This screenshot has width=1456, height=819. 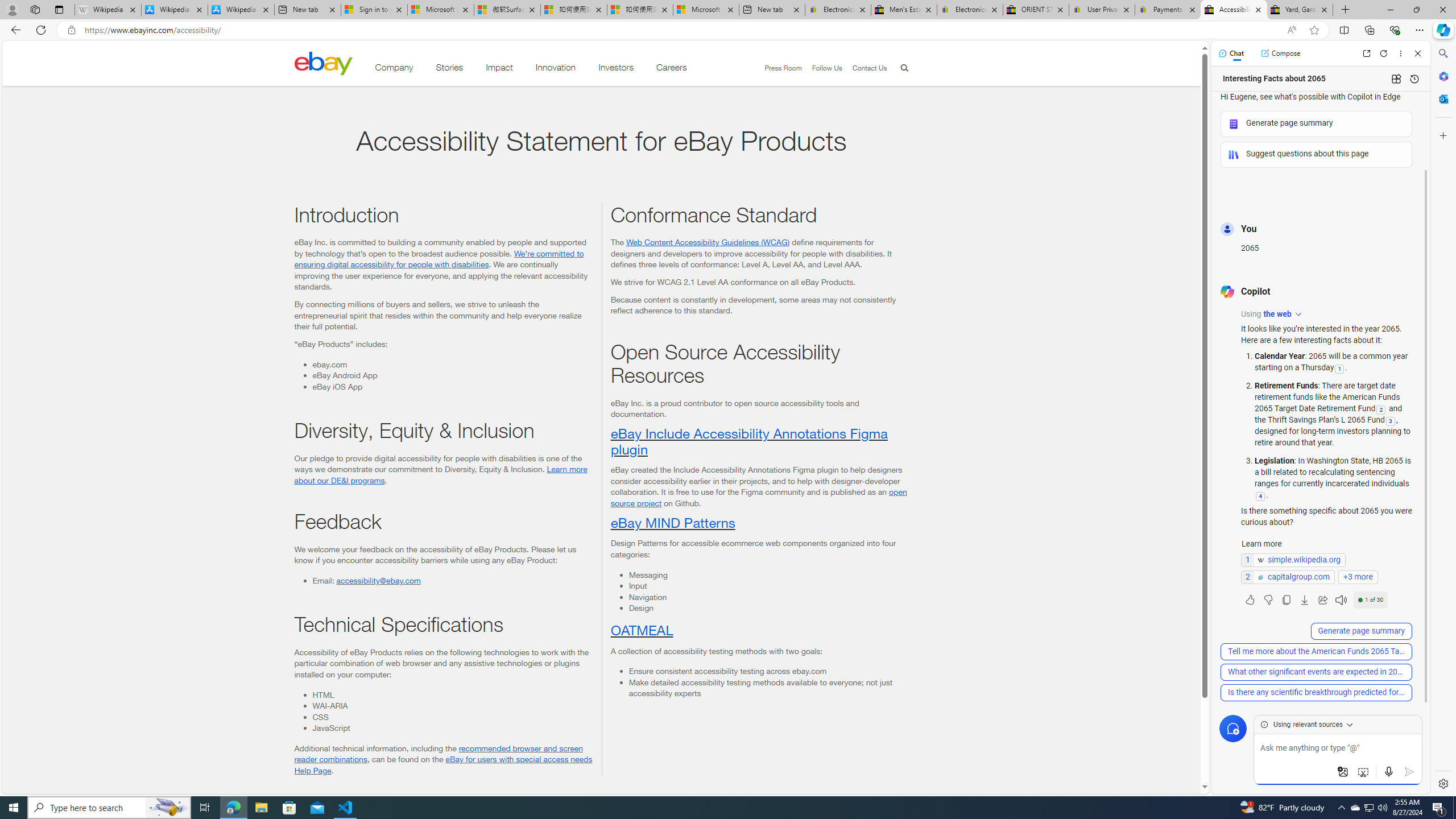 What do you see at coordinates (448, 69) in the screenshot?
I see `'Stories'` at bounding box center [448, 69].